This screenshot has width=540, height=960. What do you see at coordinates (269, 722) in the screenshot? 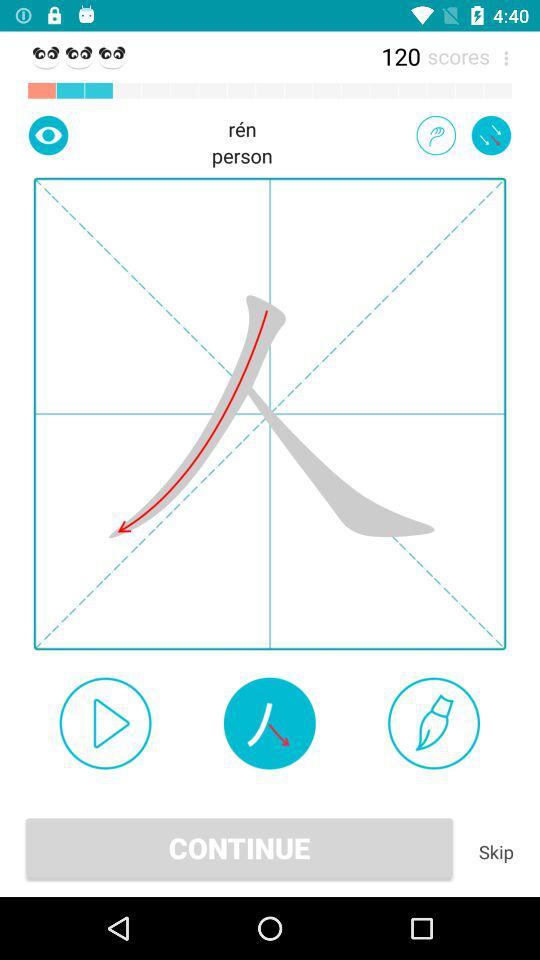
I see `show strokes` at bounding box center [269, 722].